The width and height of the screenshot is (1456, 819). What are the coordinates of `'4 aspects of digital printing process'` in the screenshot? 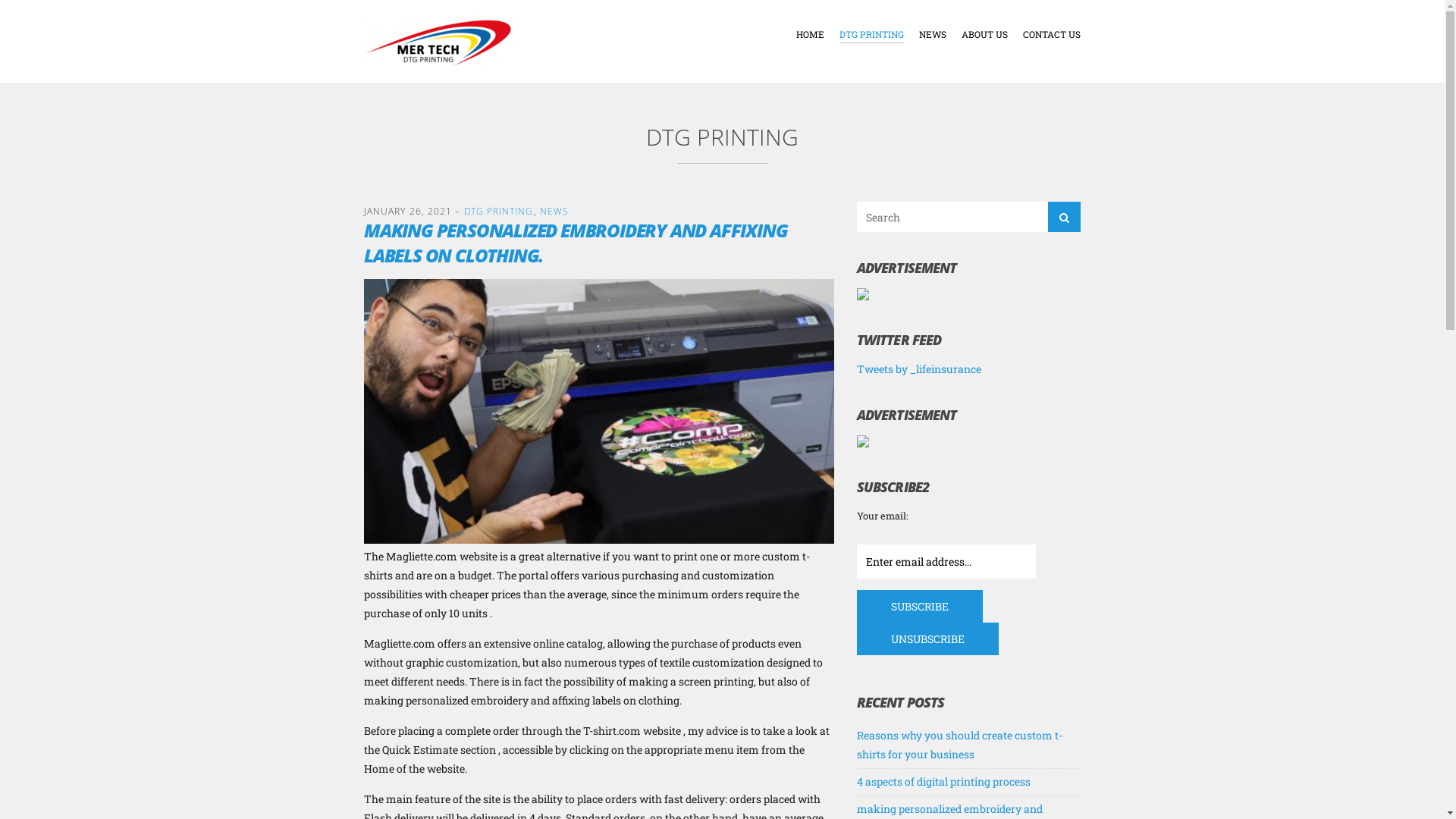 It's located at (856, 781).